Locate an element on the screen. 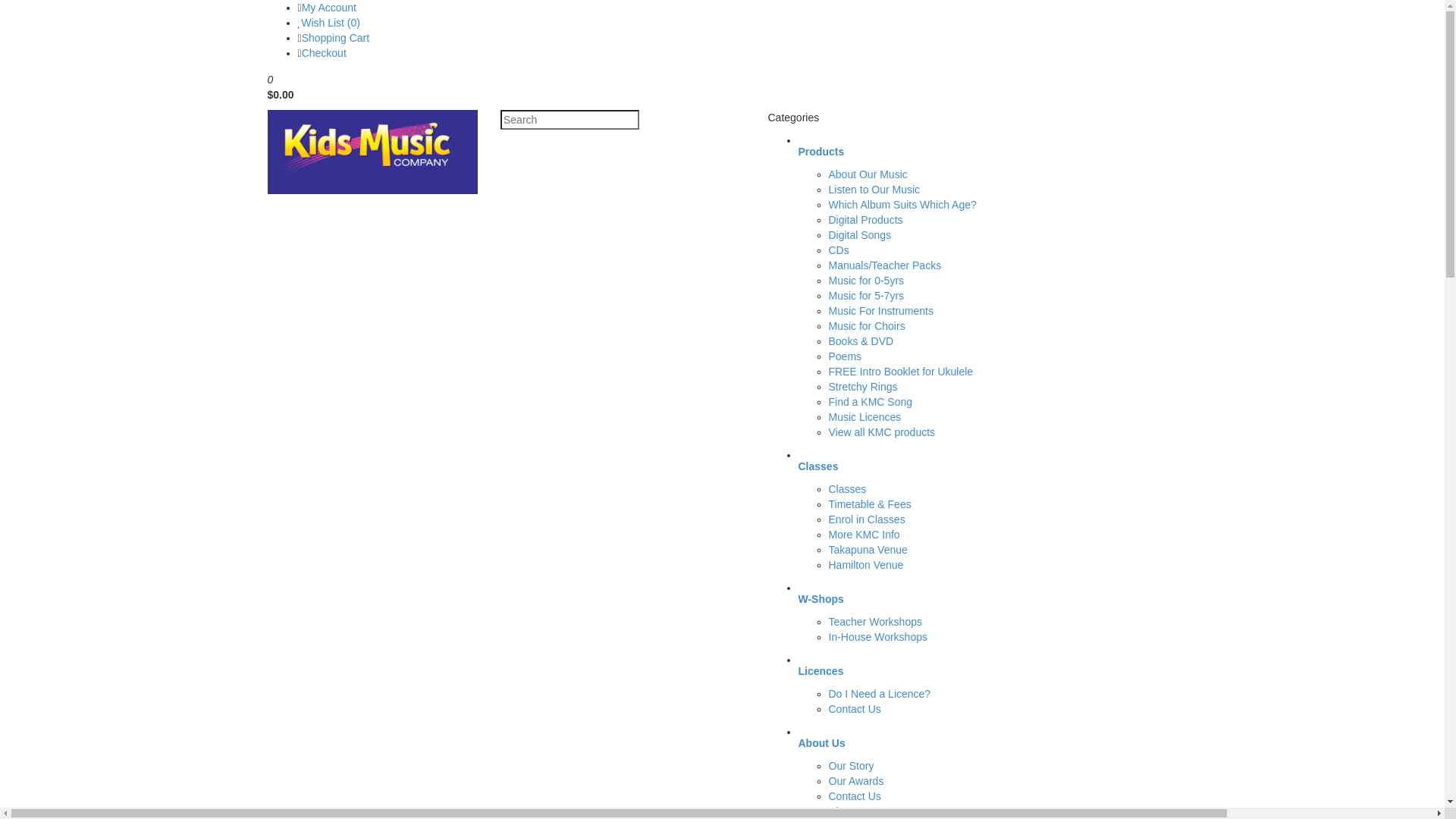  'Music Licences' is located at coordinates (864, 417).